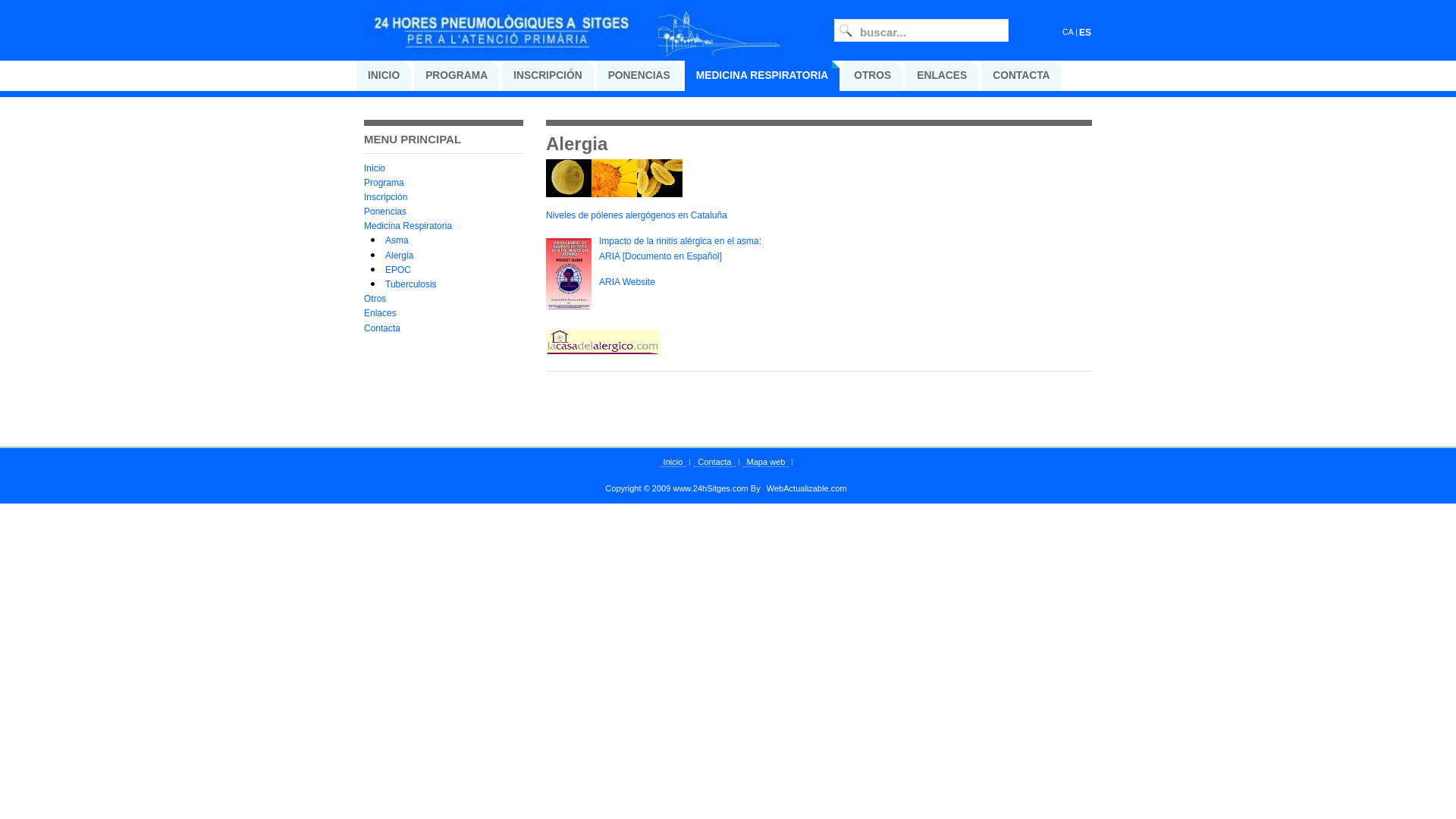  Describe the element at coordinates (397, 268) in the screenshot. I see `'EPOC'` at that location.